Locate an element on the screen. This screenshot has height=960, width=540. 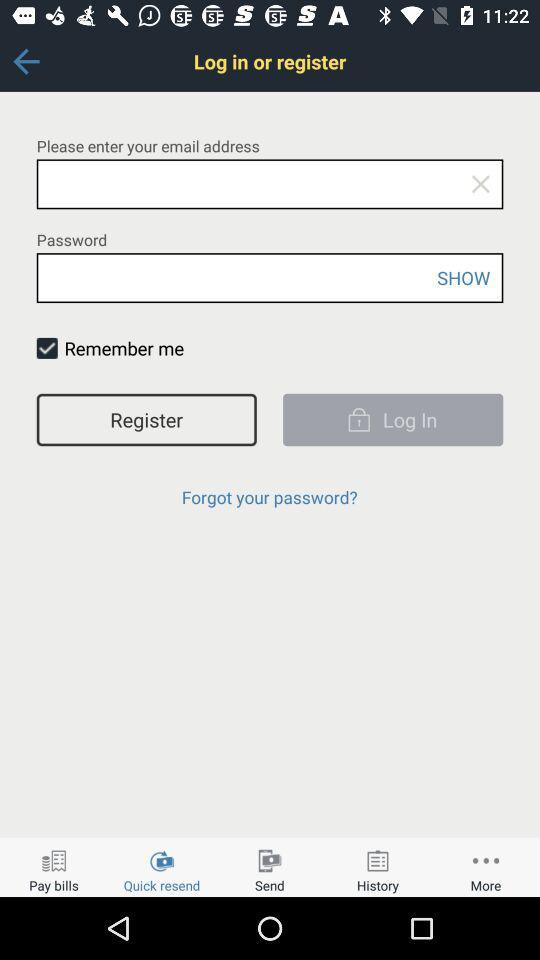
the item next to the remember me icon is located at coordinates (47, 348).